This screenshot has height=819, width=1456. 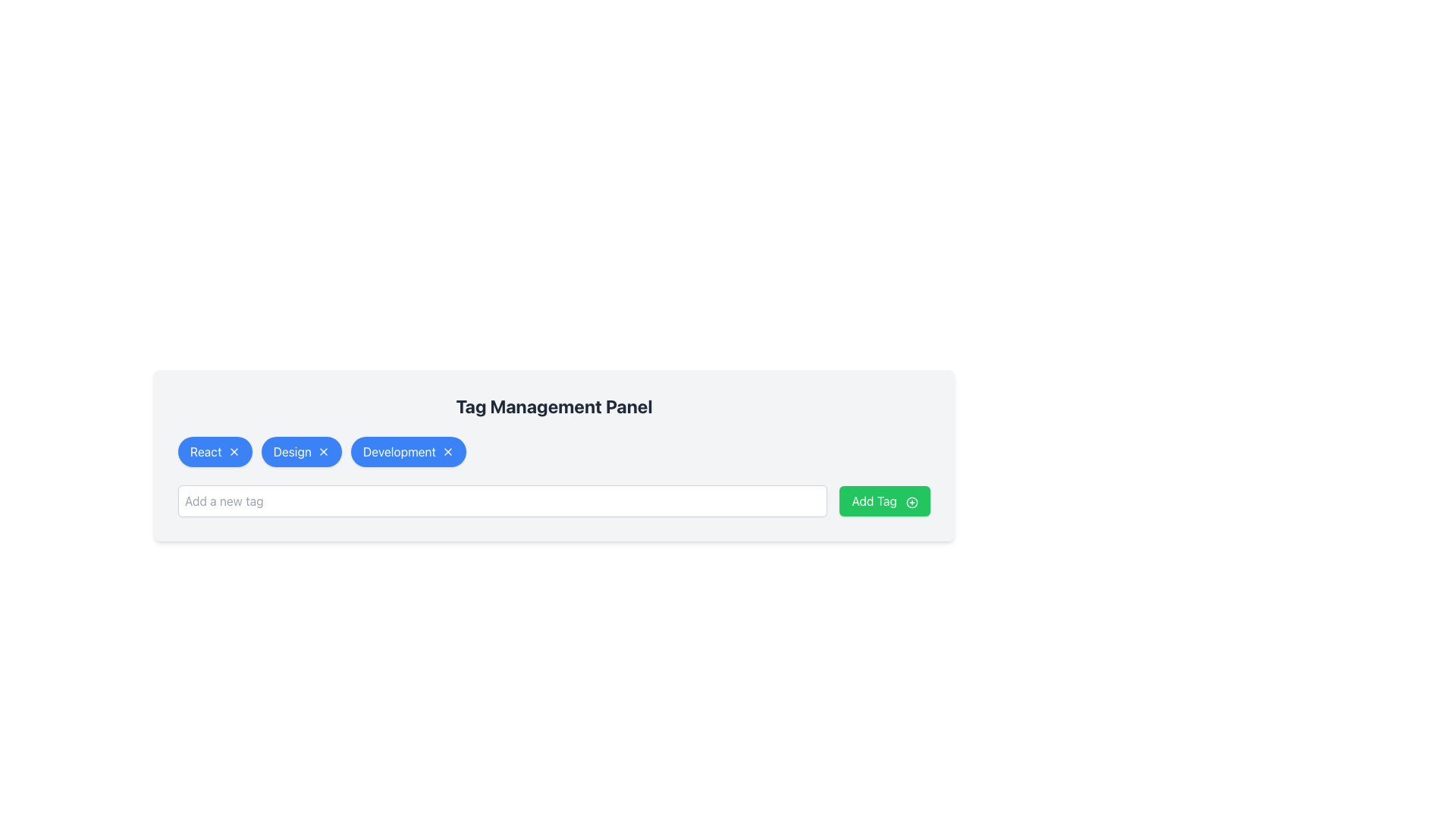 I want to click on the text label displaying the word 'Development' within a blue rounded tag in the Tag Management Panel, which is the third tag from the left and located between the 'Design' tag and a delete button, so click(x=399, y=451).